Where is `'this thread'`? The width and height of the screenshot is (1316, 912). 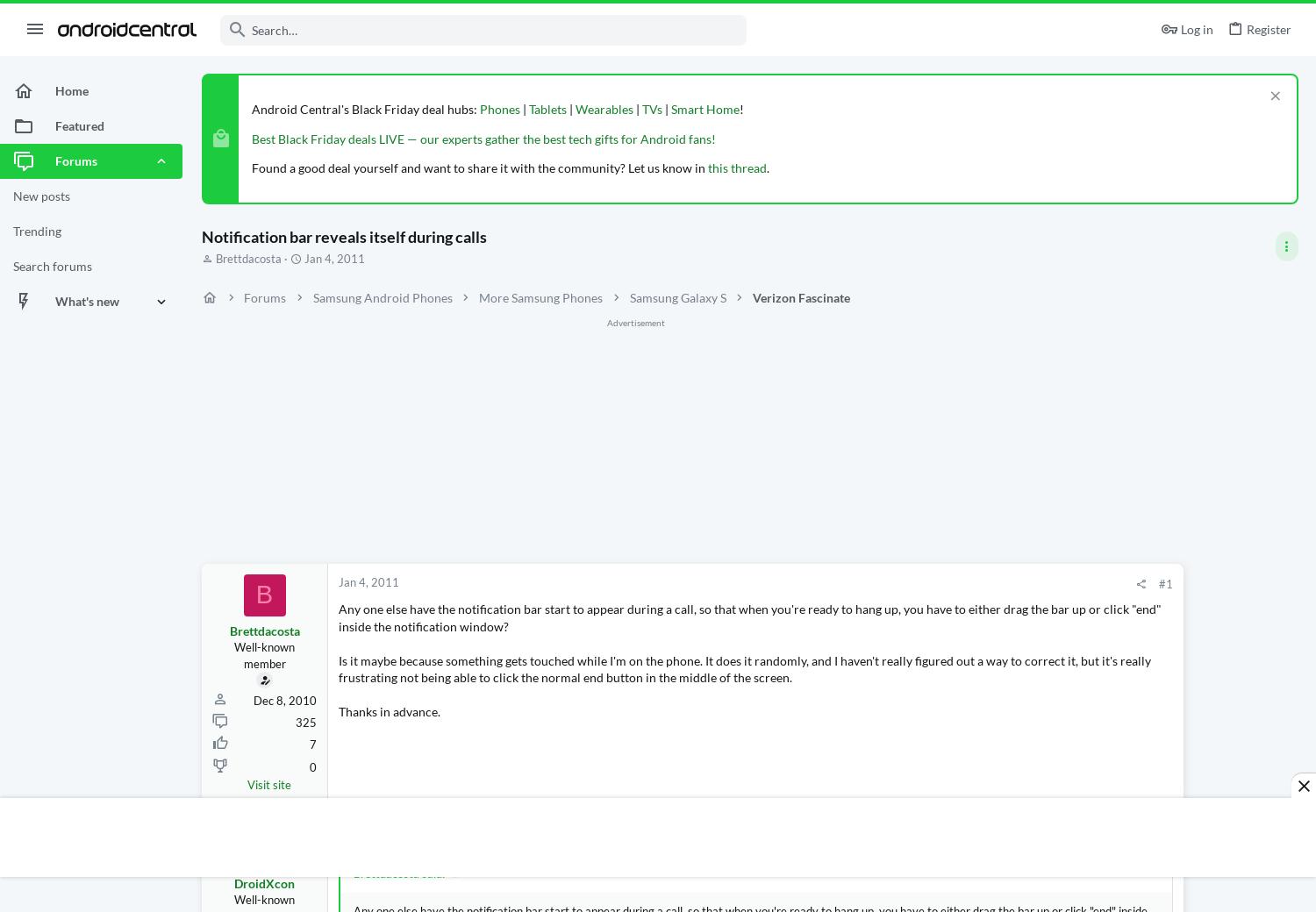
'this thread' is located at coordinates (736, 167).